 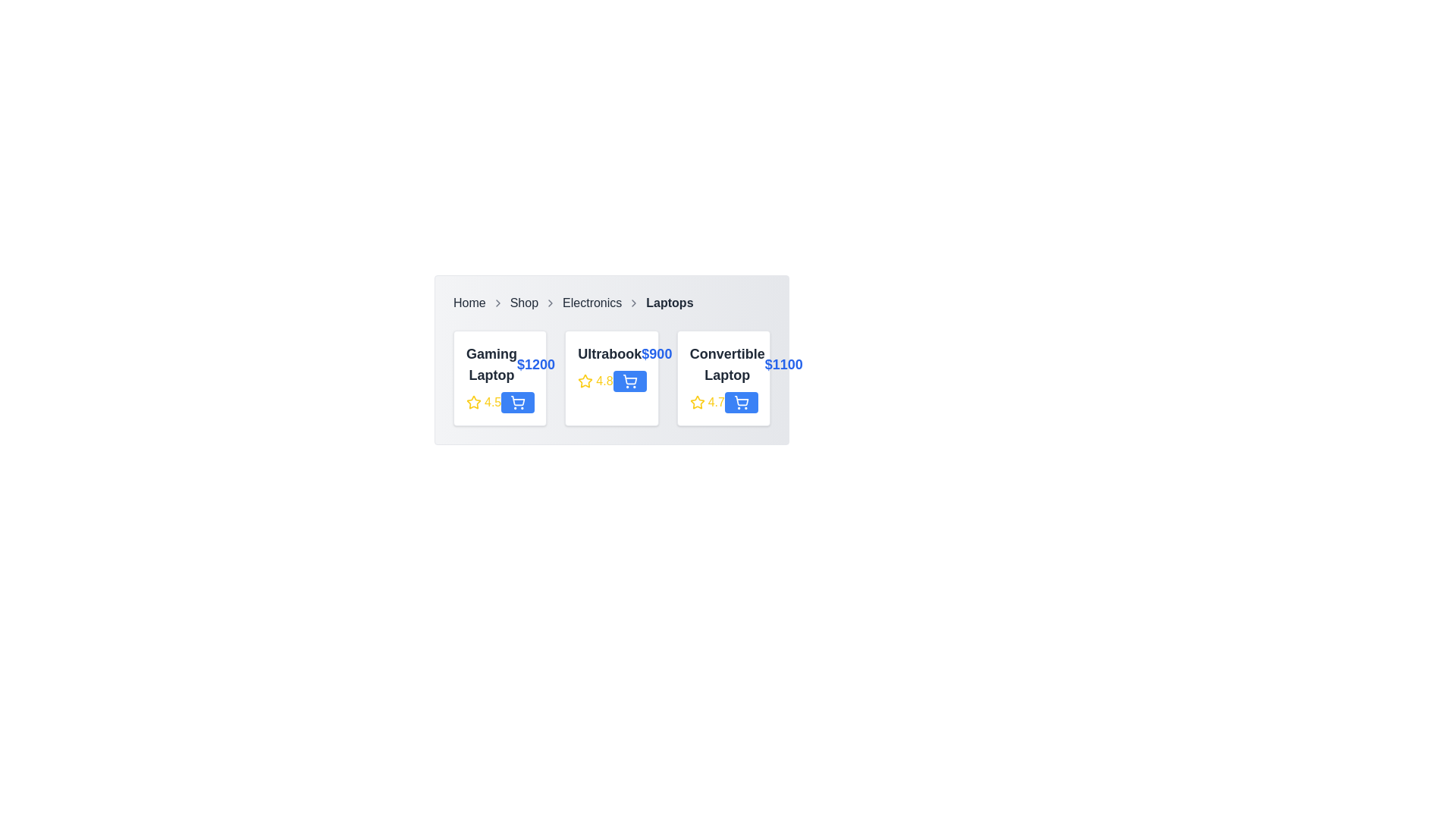 I want to click on the price text label of the 'Gaming Laptop', so click(x=536, y=365).